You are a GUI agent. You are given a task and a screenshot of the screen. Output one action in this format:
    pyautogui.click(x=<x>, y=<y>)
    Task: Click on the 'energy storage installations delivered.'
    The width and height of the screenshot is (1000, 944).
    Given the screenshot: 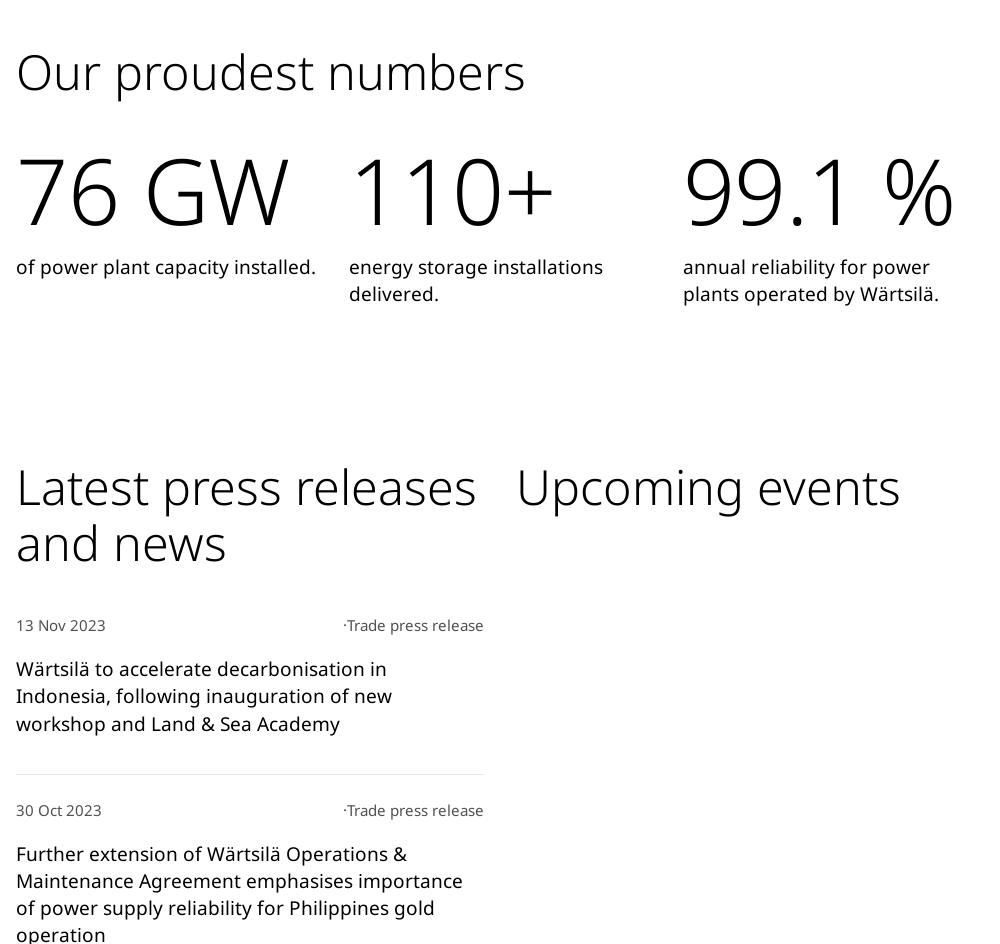 What is the action you would take?
    pyautogui.click(x=475, y=280)
    